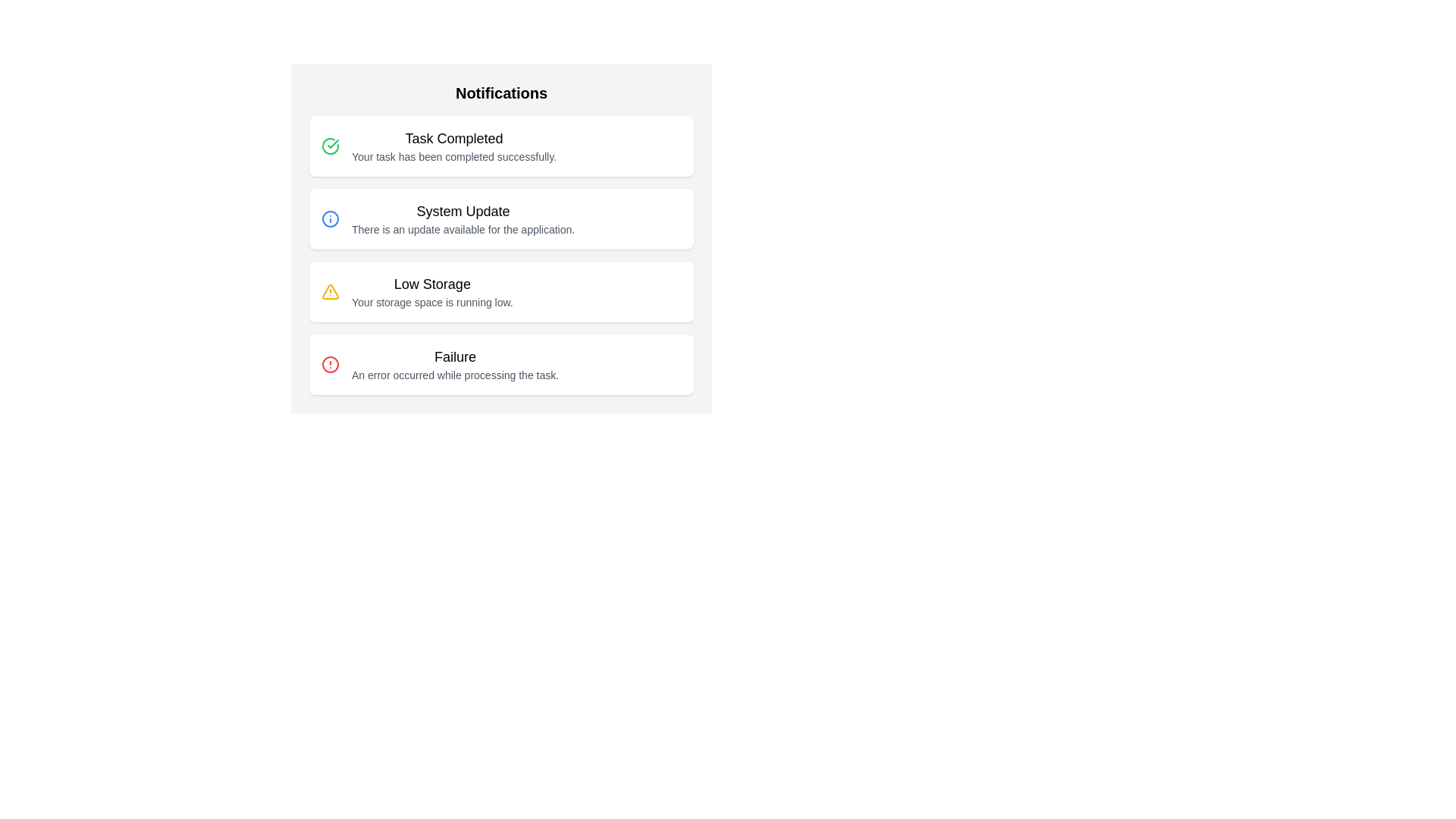  What do you see at coordinates (330, 292) in the screenshot?
I see `the triangular warning icon with a yellow outline that is part of the 'Low Storage' notification in the 'Notifications' section` at bounding box center [330, 292].